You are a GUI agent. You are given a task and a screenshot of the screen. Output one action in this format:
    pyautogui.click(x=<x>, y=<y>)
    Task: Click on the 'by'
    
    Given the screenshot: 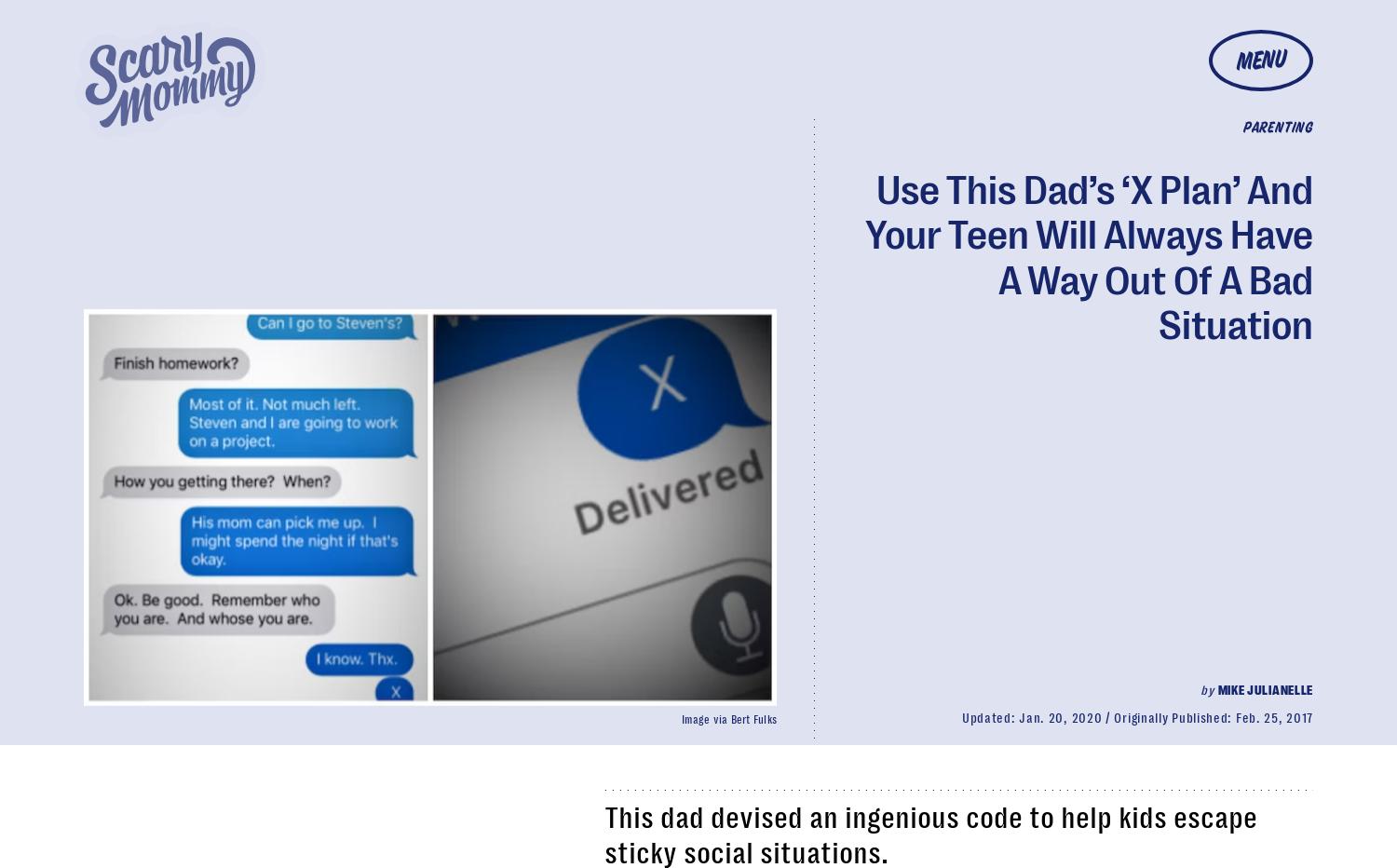 What is the action you would take?
    pyautogui.click(x=1207, y=688)
    